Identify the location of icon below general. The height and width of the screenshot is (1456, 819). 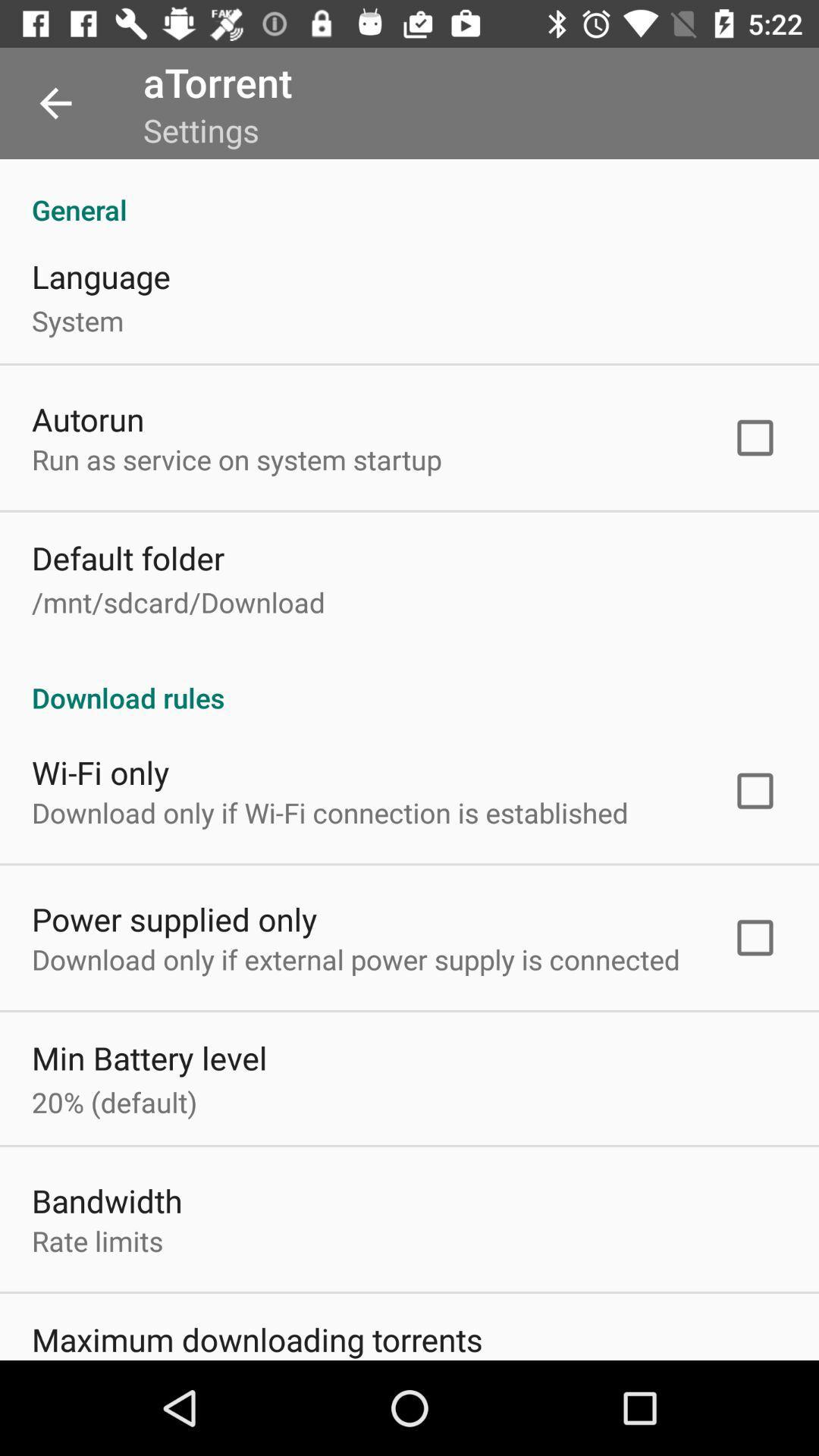
(101, 276).